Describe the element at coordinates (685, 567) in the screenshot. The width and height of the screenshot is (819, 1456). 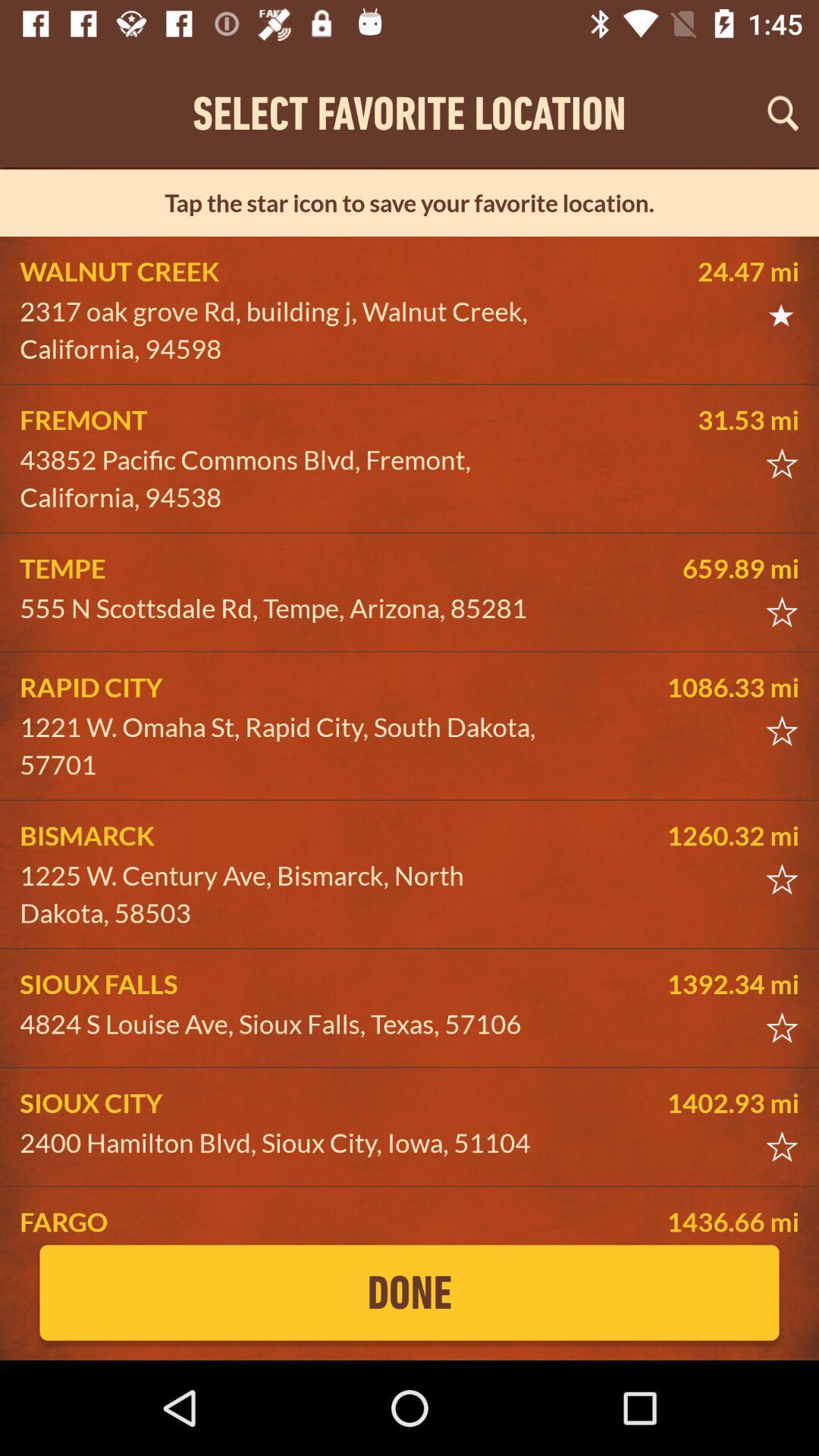
I see `icon next to the tempe icon` at that location.